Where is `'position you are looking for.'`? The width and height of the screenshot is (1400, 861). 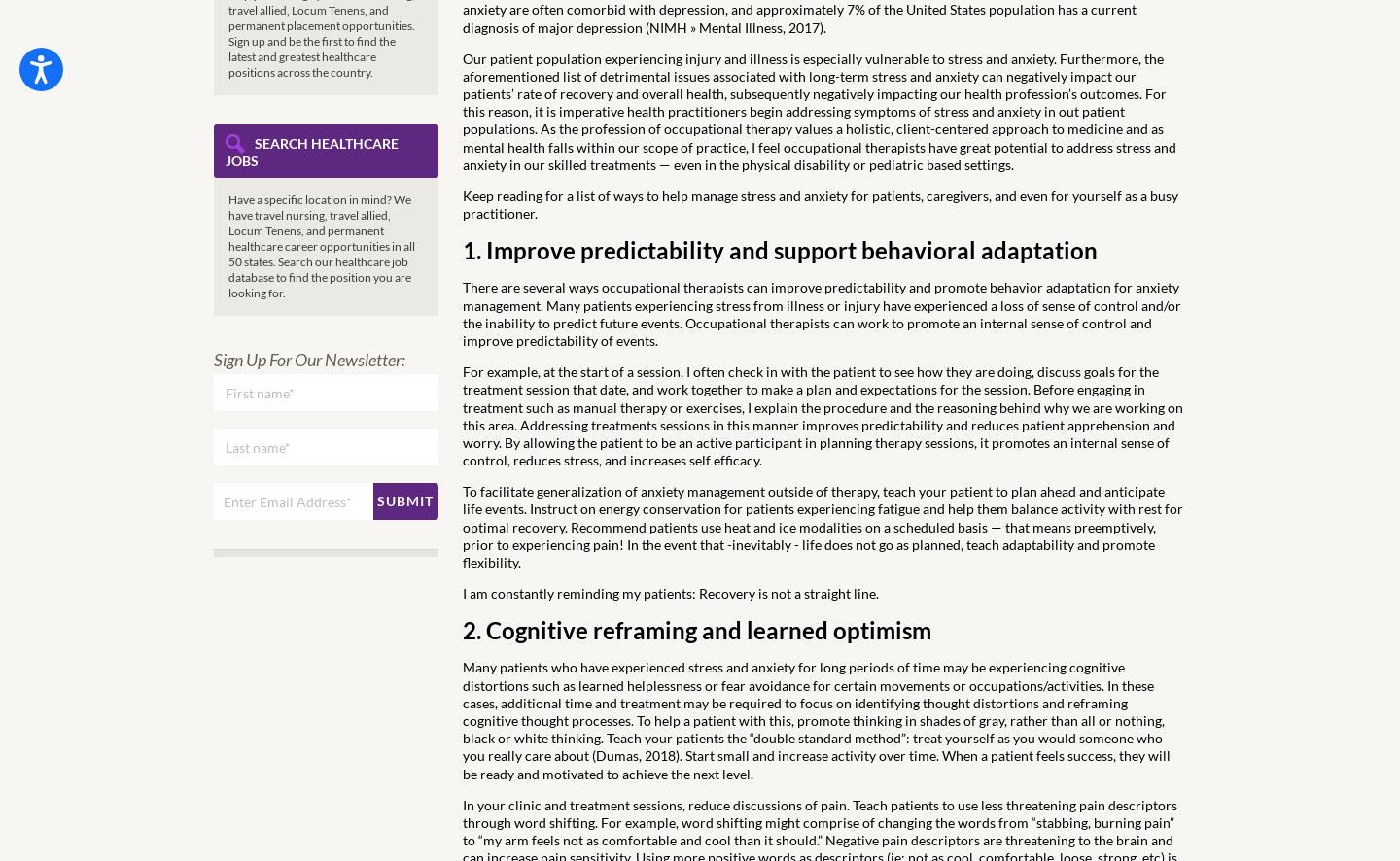 'position you are looking for.' is located at coordinates (228, 285).